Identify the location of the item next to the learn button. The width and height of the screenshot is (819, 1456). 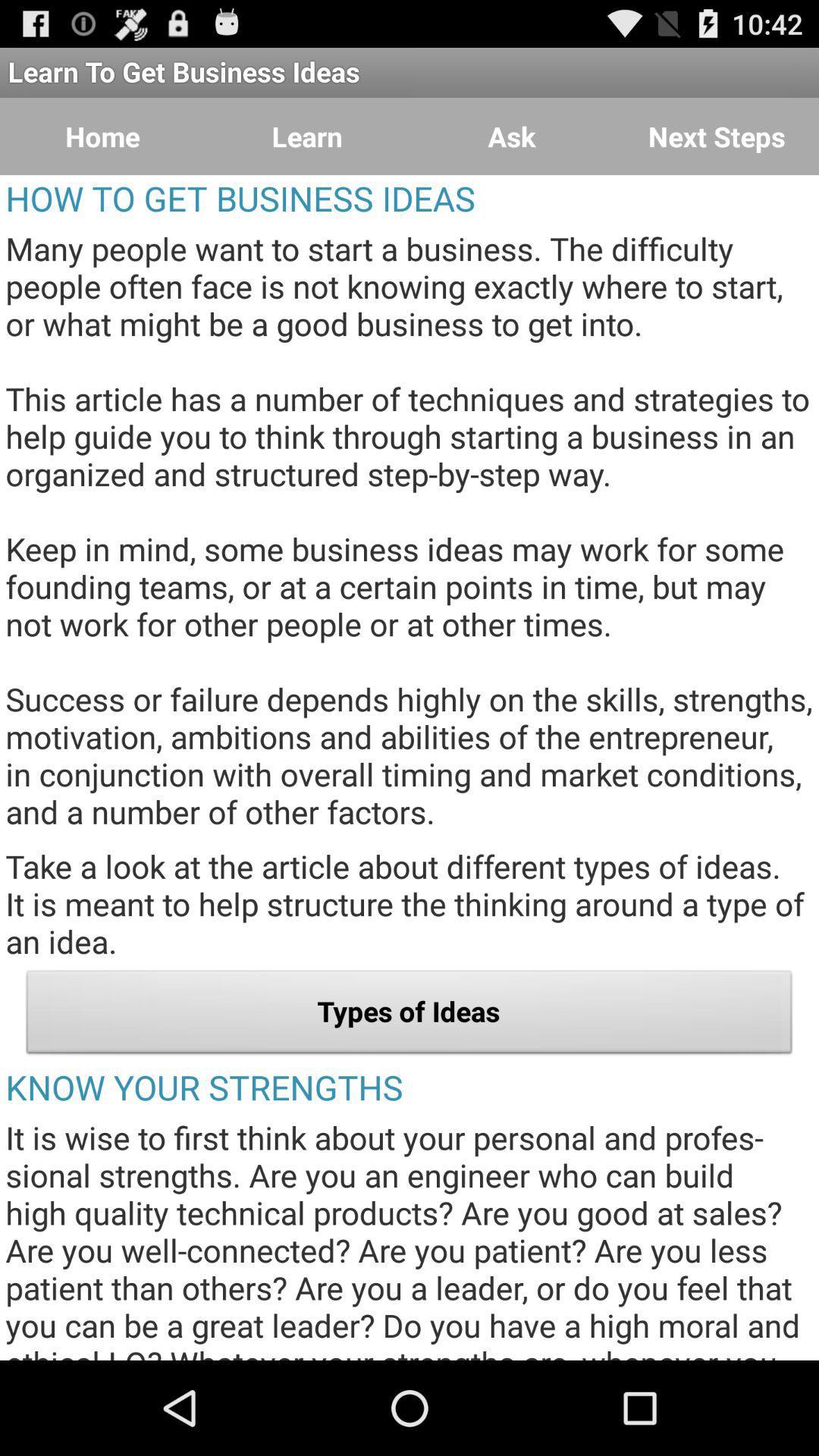
(102, 136).